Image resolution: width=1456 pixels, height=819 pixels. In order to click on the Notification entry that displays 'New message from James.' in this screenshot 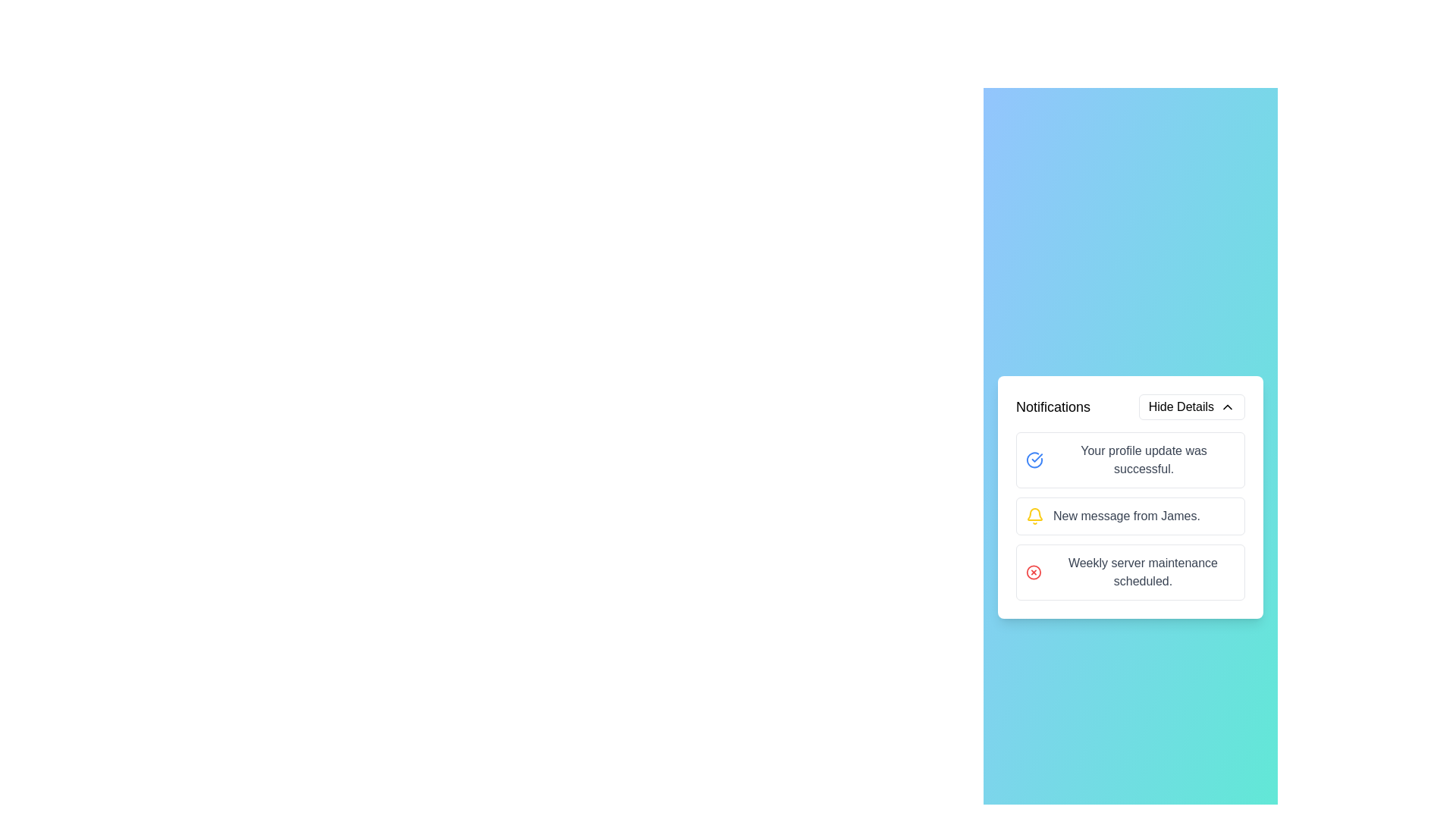, I will do `click(1131, 497)`.